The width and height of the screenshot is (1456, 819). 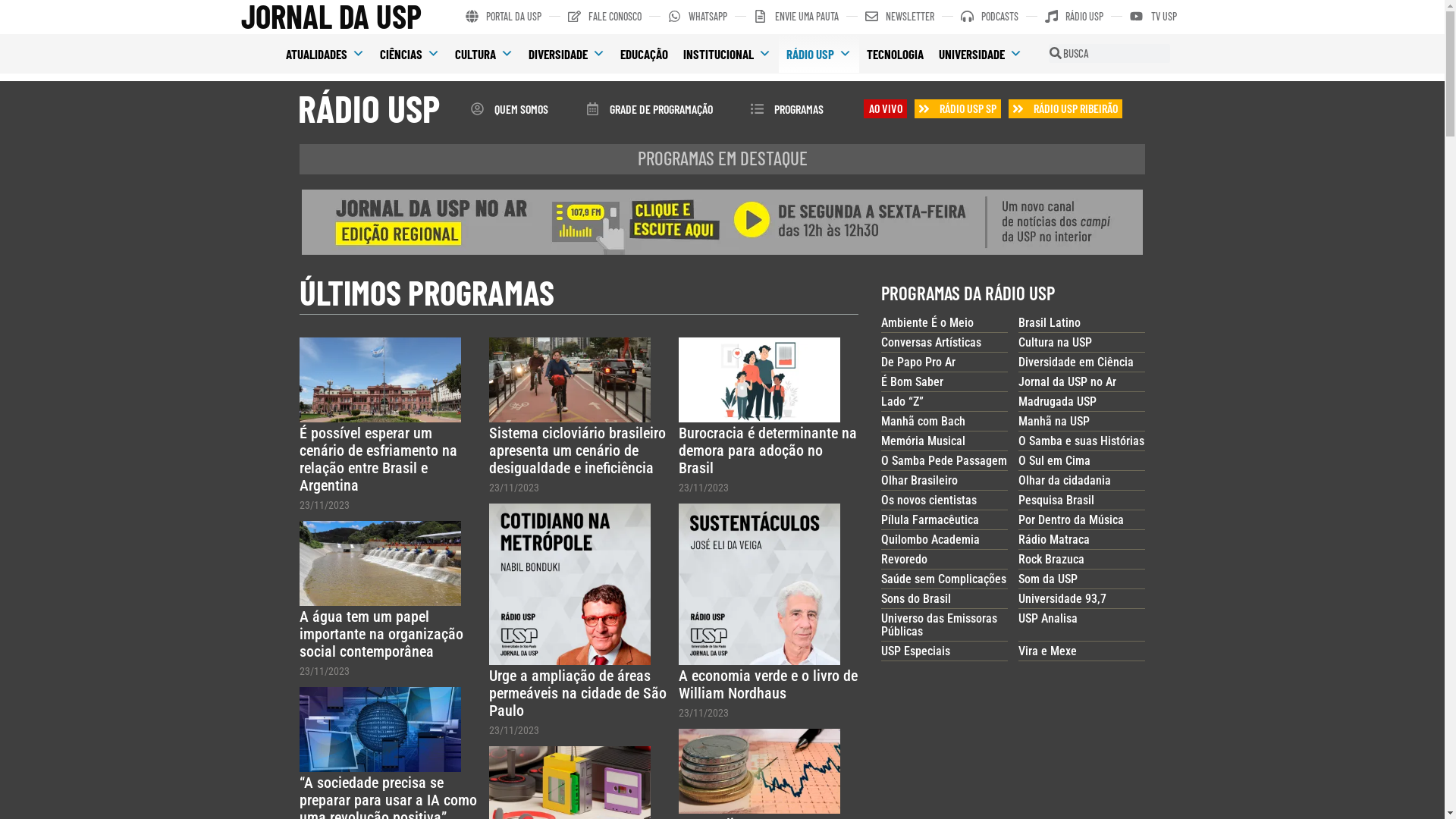 What do you see at coordinates (1047, 579) in the screenshot?
I see `'Som da USP'` at bounding box center [1047, 579].